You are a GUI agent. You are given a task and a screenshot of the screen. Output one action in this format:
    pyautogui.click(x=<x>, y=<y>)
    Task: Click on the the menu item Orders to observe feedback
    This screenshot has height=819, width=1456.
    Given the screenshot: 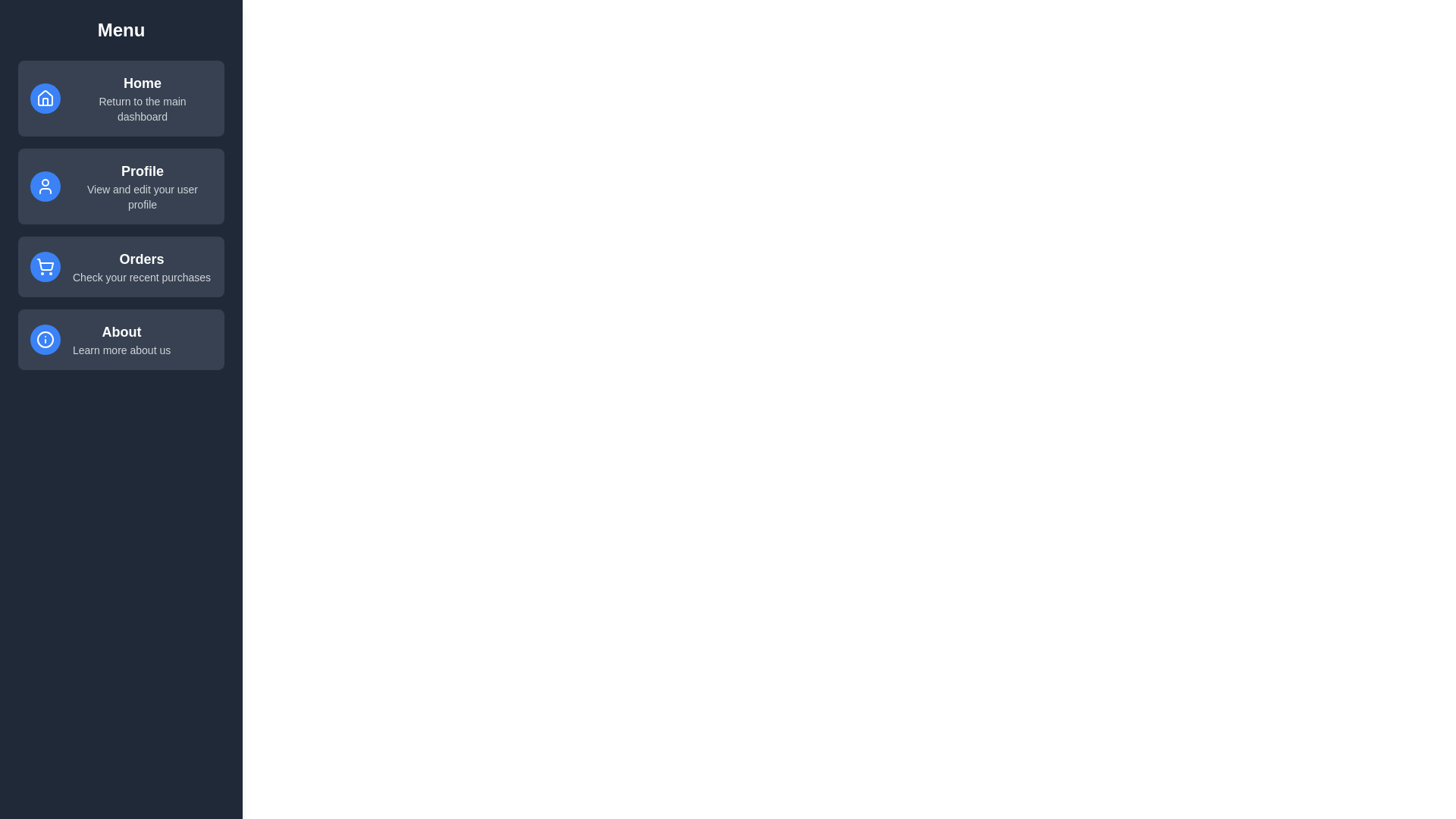 What is the action you would take?
    pyautogui.click(x=120, y=265)
    